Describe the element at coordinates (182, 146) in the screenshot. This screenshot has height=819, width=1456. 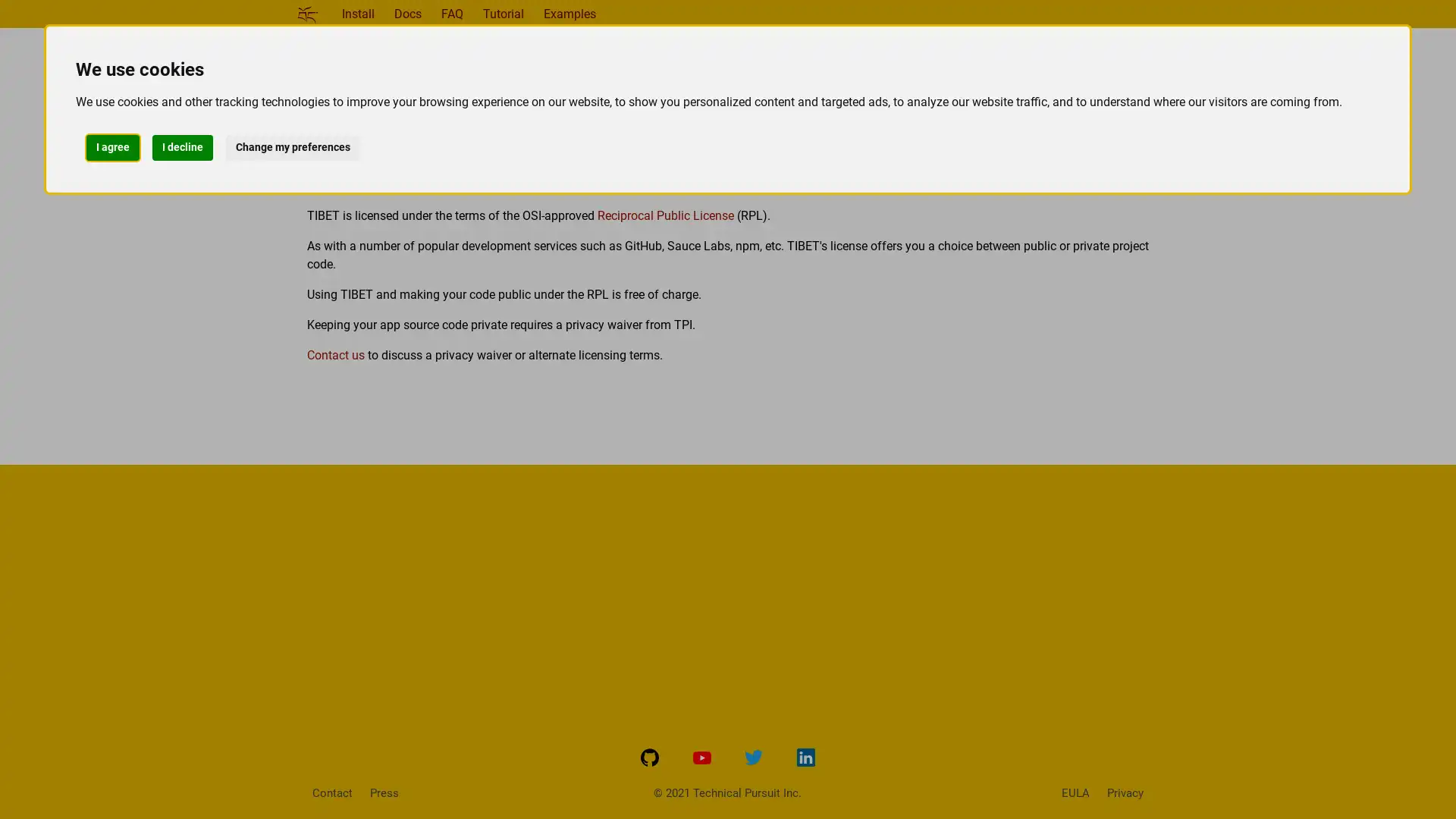
I see `I decline` at that location.